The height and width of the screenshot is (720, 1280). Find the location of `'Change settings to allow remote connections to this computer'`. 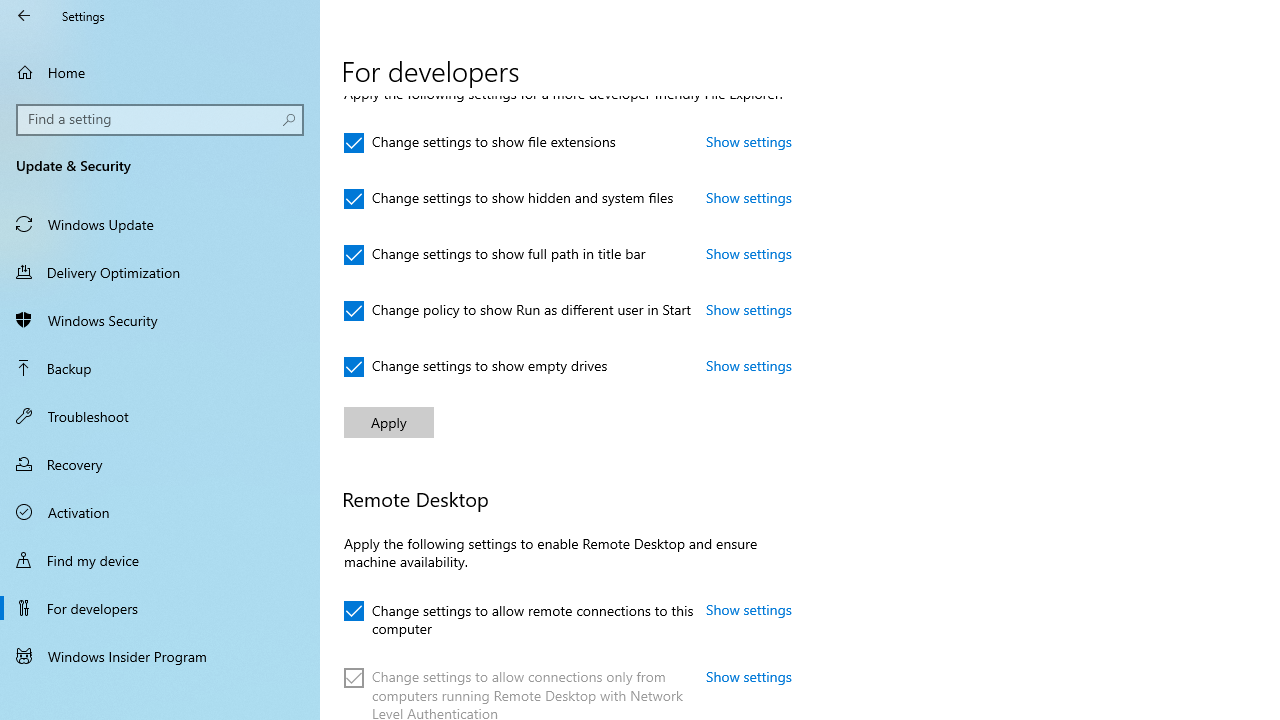

'Change settings to allow remote connections to this computer' is located at coordinates (519, 615).